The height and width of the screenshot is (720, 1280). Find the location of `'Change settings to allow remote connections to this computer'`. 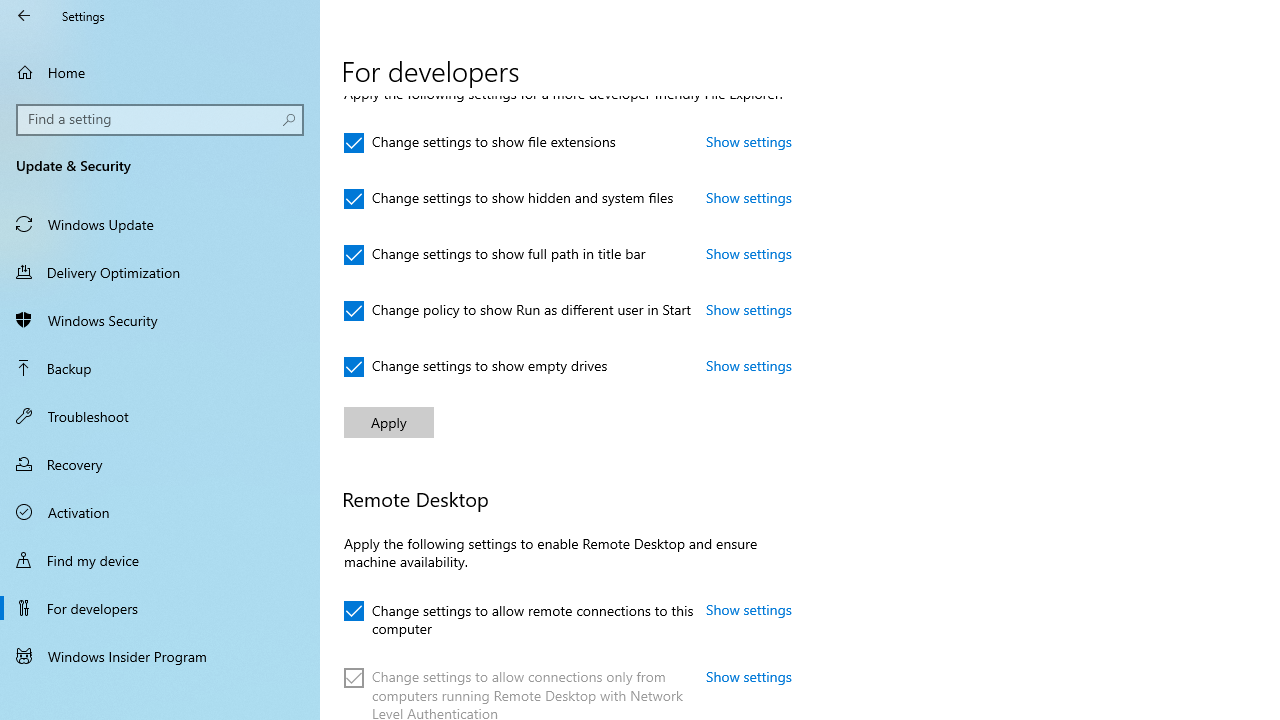

'Change settings to allow remote connections to this computer' is located at coordinates (519, 615).